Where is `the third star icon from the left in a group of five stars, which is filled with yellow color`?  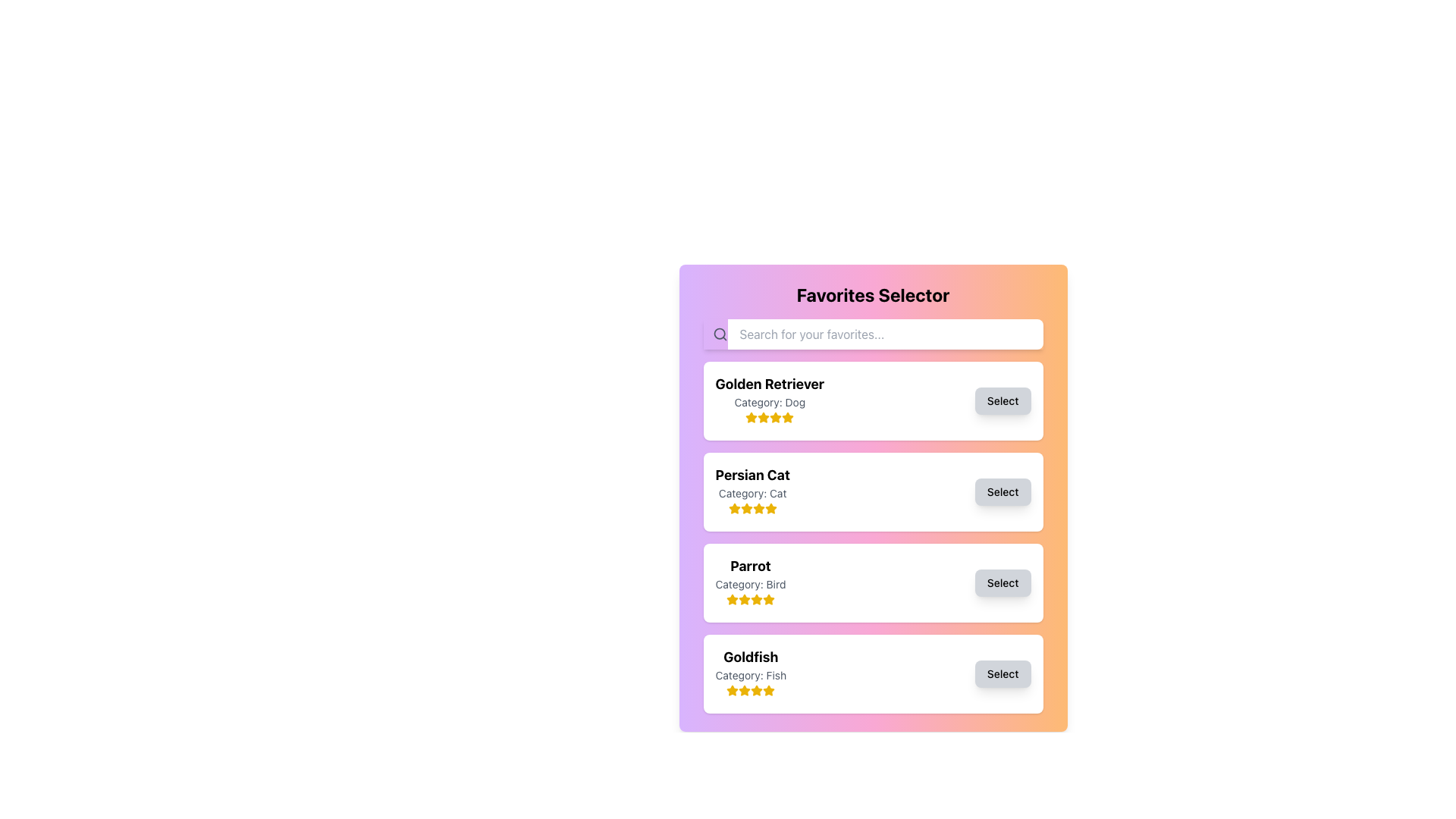
the third star icon from the left in a group of five stars, which is filled with yellow color is located at coordinates (764, 418).